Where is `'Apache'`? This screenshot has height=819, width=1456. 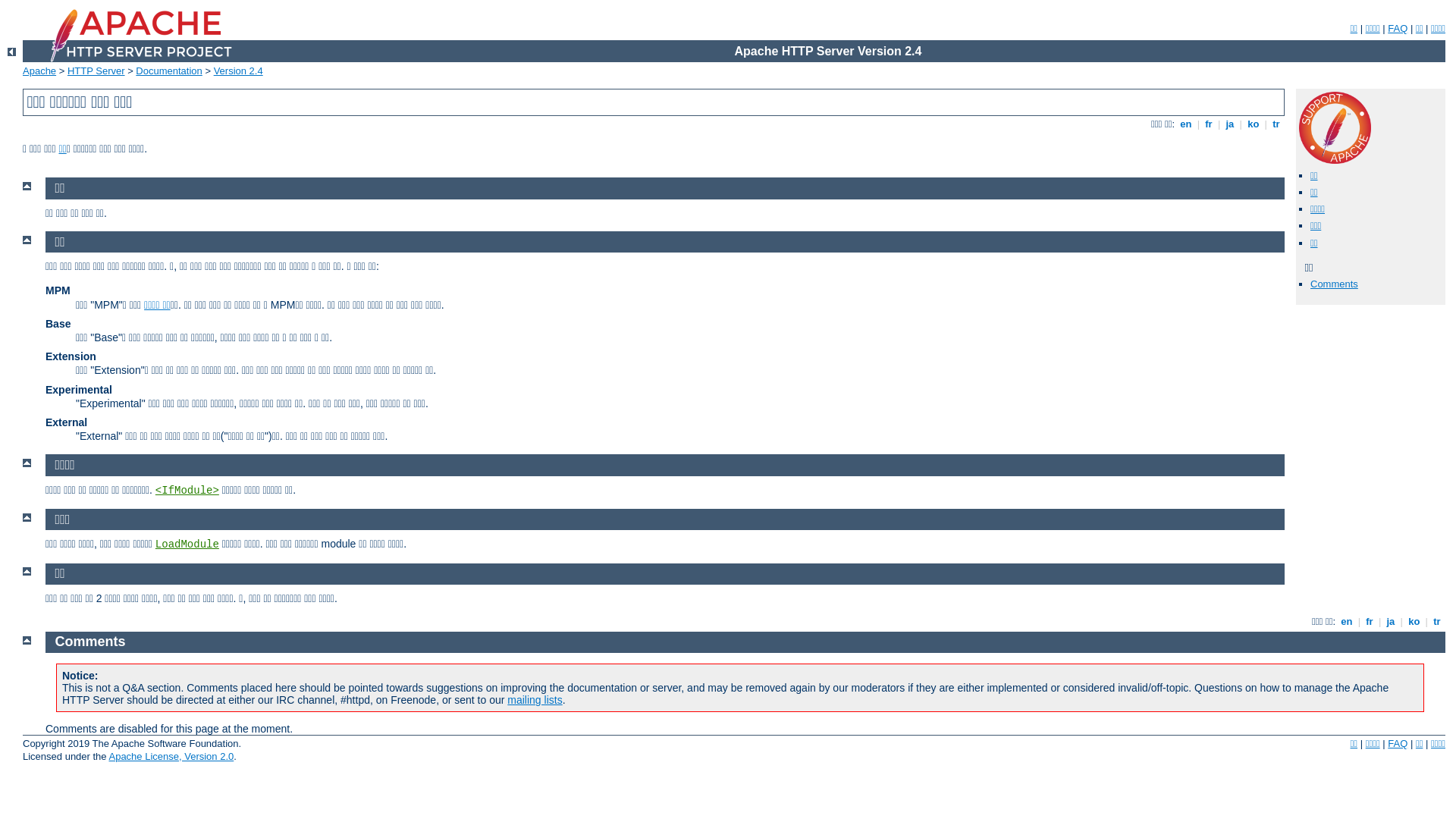 'Apache' is located at coordinates (39, 71).